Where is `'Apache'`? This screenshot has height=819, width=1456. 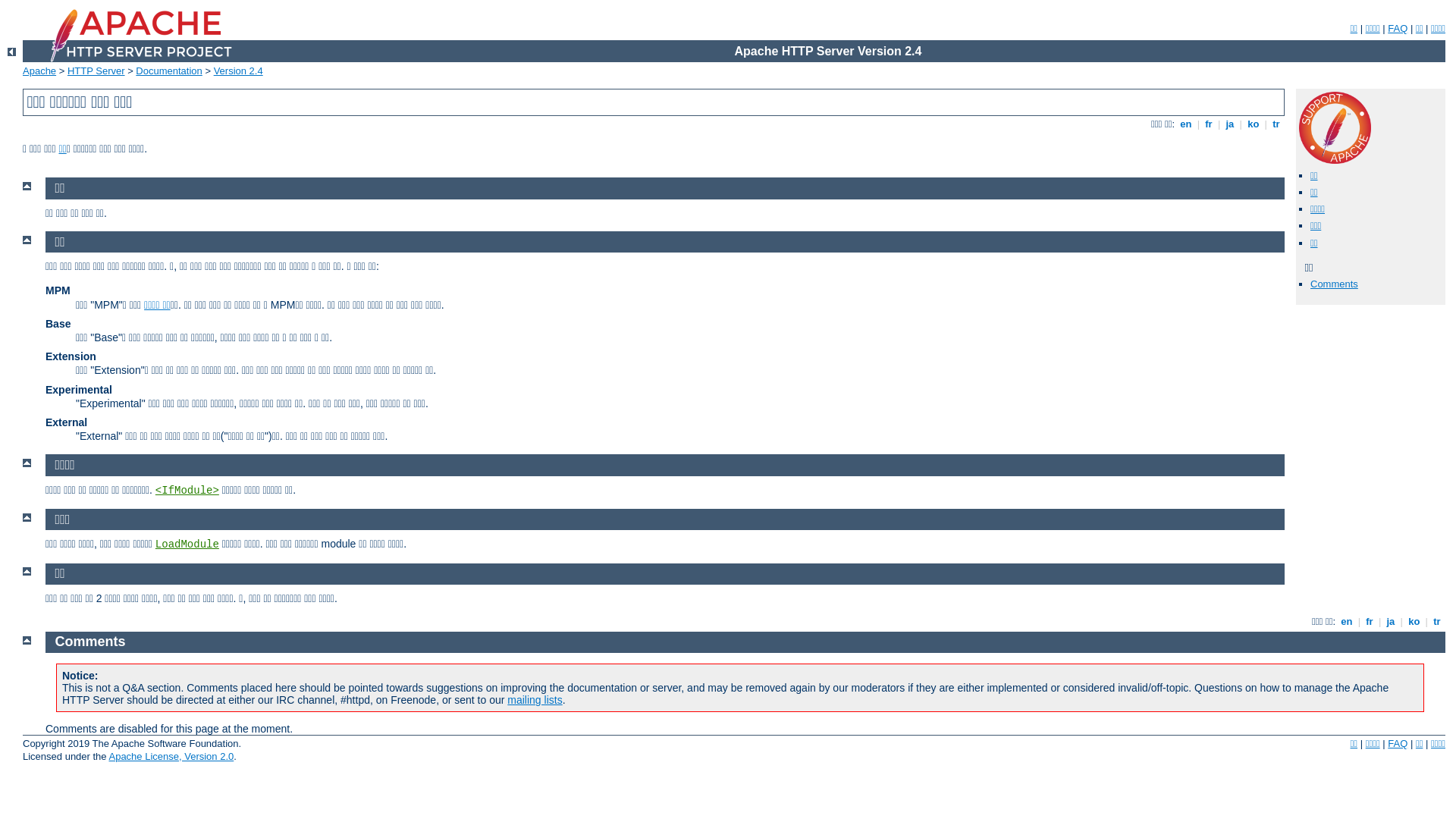 'Apache' is located at coordinates (39, 71).